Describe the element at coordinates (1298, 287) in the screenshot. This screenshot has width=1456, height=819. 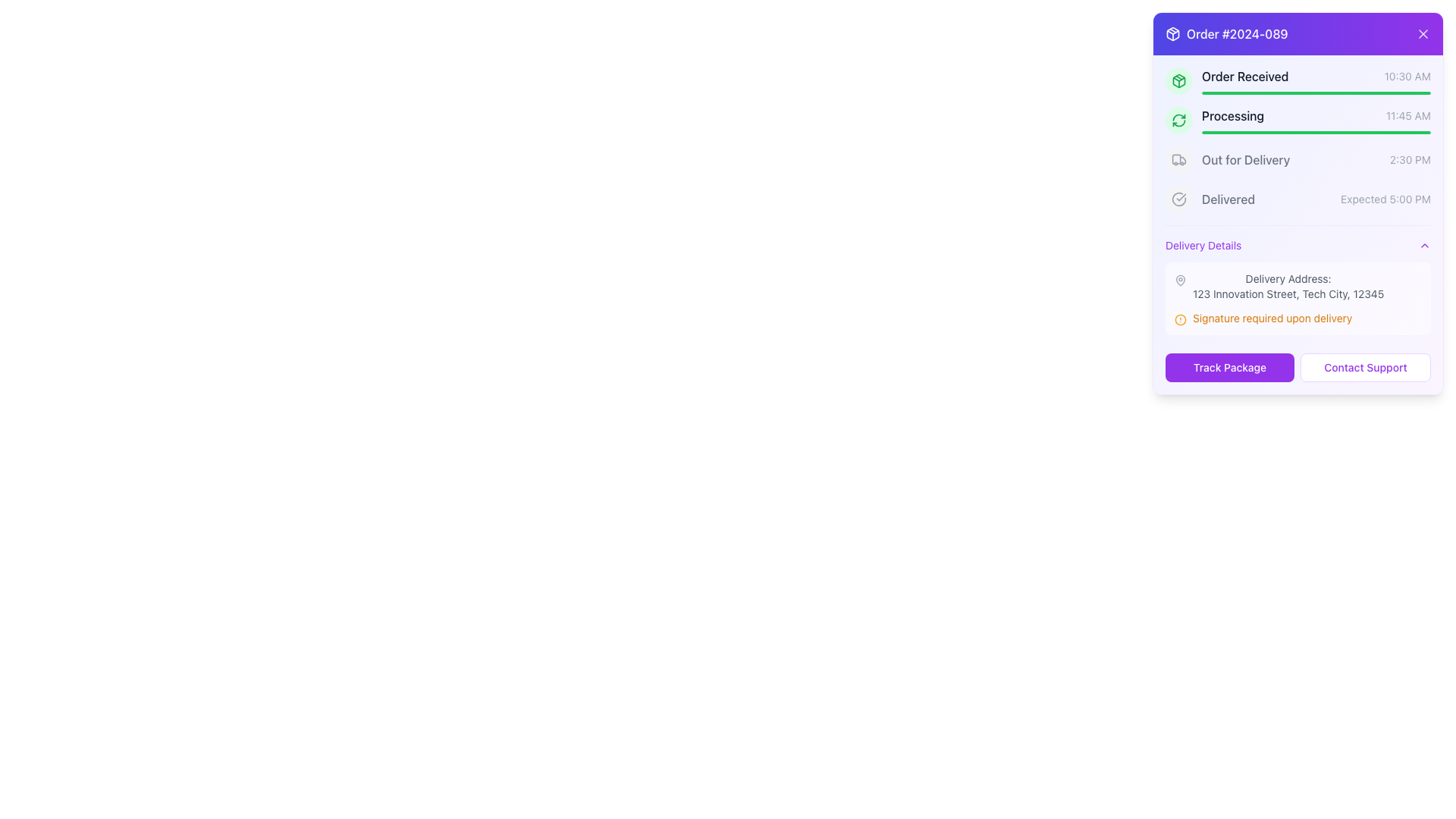
I see `the static text element displaying the delivery address 'Delivery Address: 123 Innovation Street, Tech City, 12345', which is located under the 'Delivery Details' header in the 'Order #2024-089' panel` at that location.